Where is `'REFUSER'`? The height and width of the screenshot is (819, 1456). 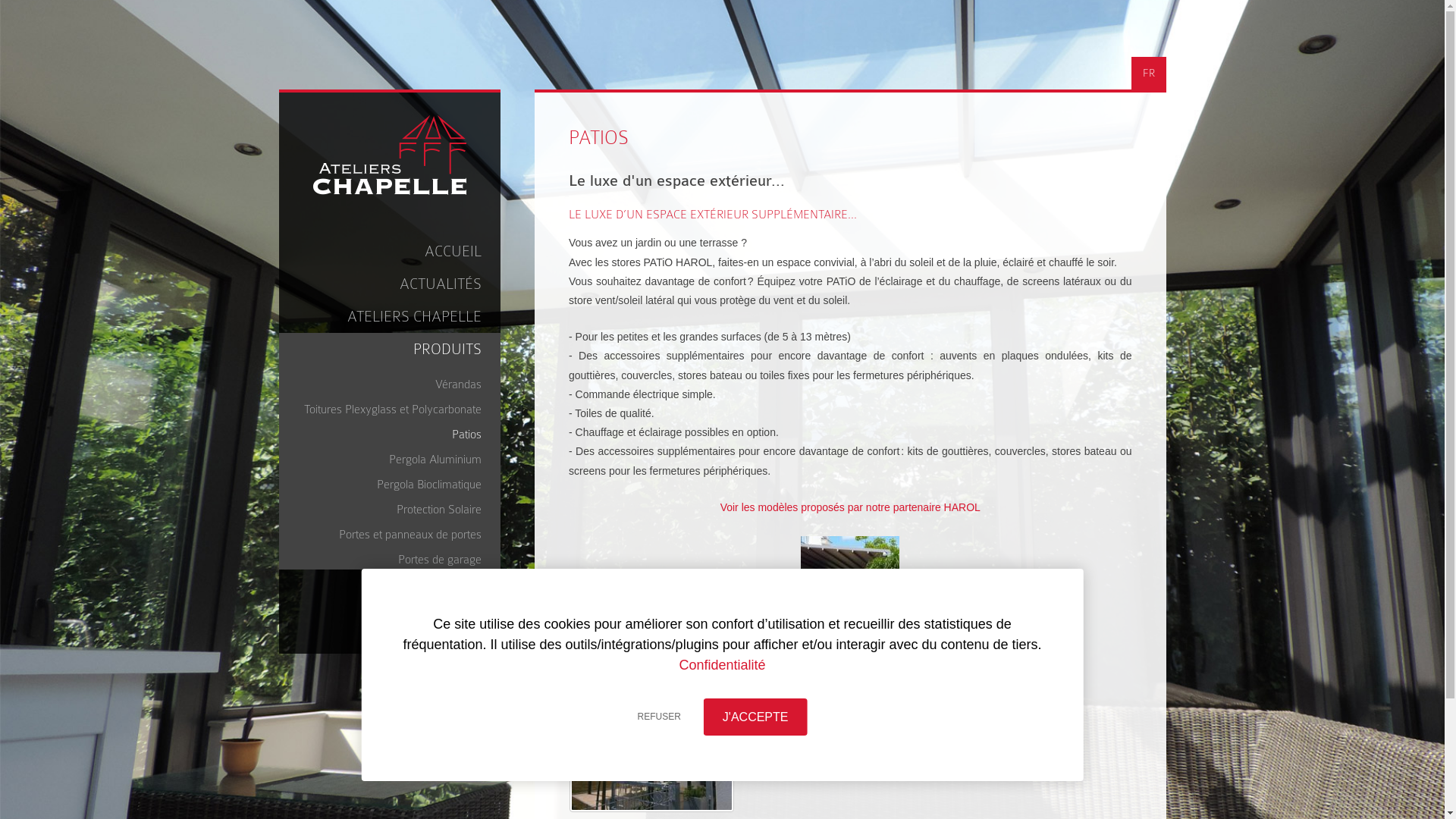
'REFUSER' is located at coordinates (659, 717).